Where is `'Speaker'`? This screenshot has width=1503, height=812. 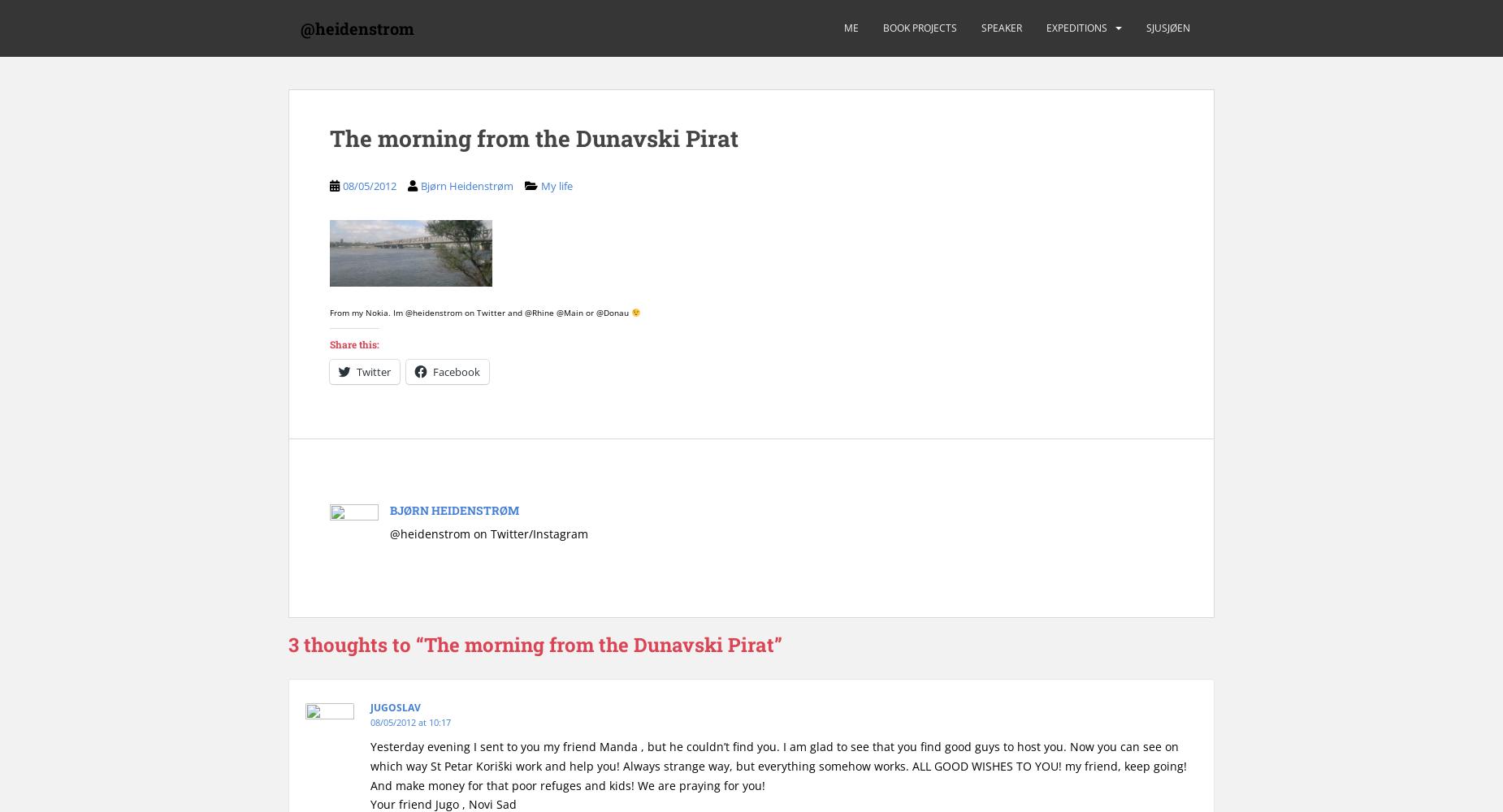 'Speaker' is located at coordinates (981, 28).